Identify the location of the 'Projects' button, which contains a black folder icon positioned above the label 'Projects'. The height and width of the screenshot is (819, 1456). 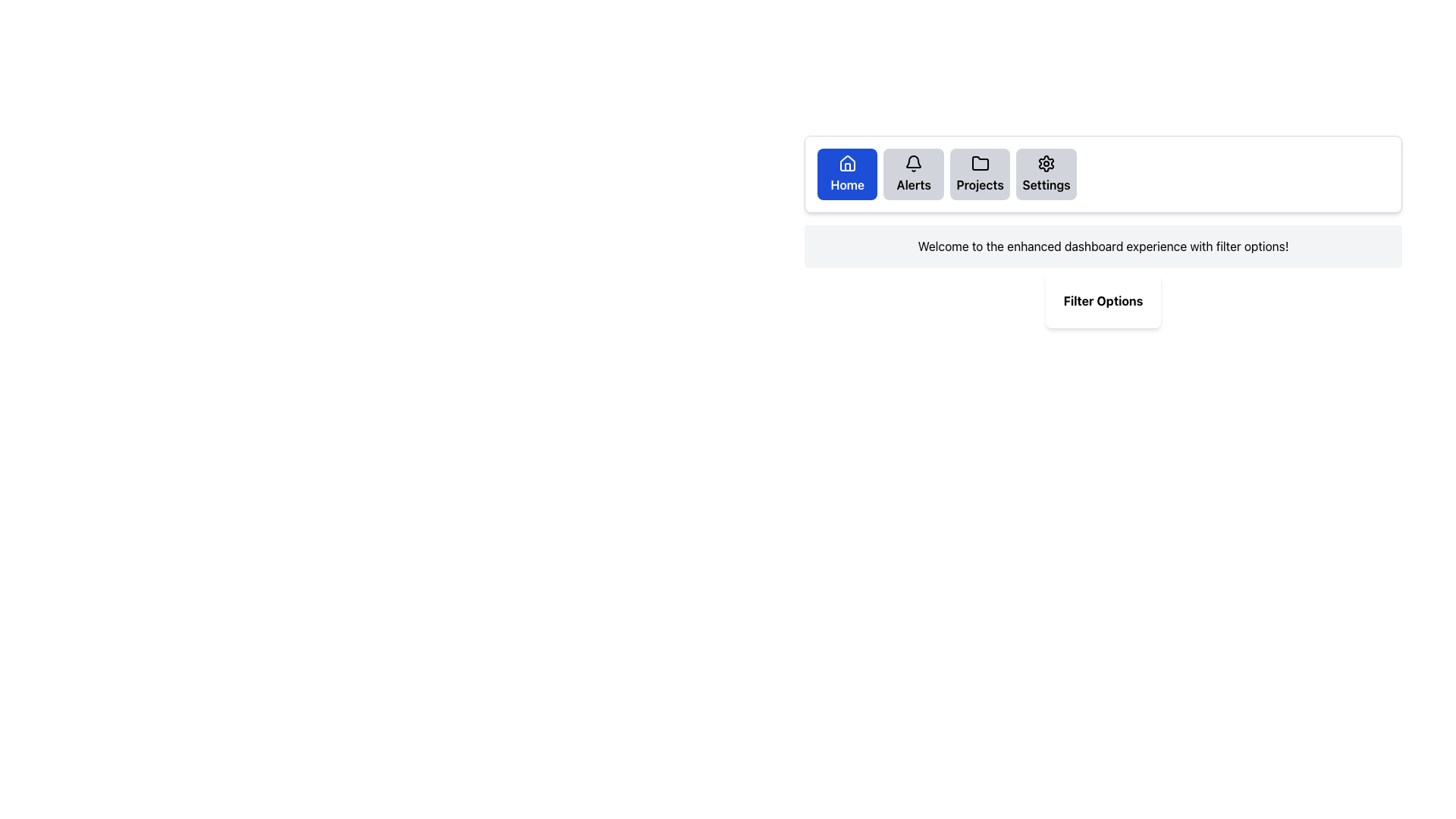
(980, 164).